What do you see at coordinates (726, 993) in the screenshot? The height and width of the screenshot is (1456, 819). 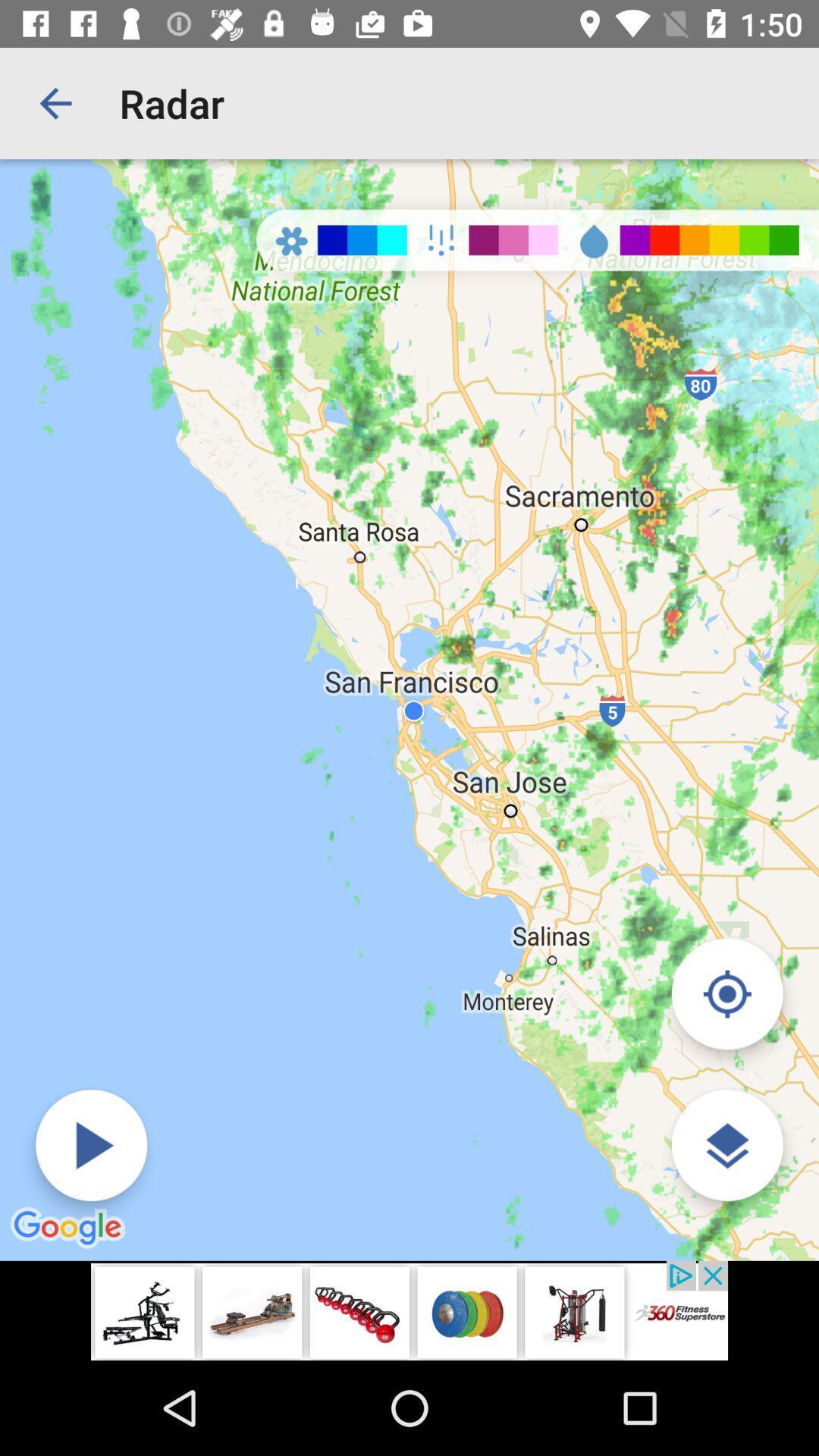 I see `the location_crosshair icon` at bounding box center [726, 993].